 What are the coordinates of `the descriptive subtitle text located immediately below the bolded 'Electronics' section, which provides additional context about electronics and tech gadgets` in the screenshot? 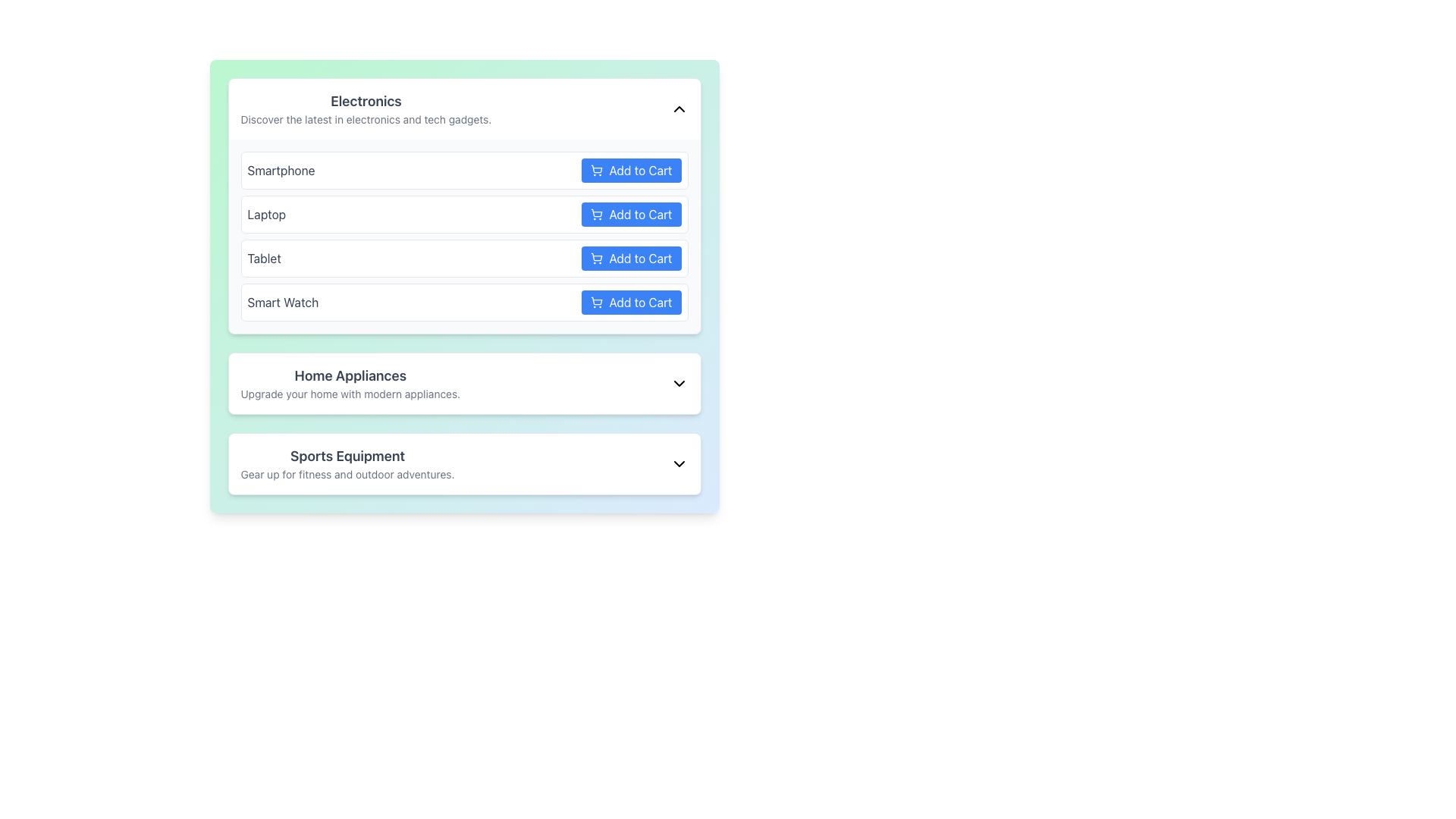 It's located at (366, 119).